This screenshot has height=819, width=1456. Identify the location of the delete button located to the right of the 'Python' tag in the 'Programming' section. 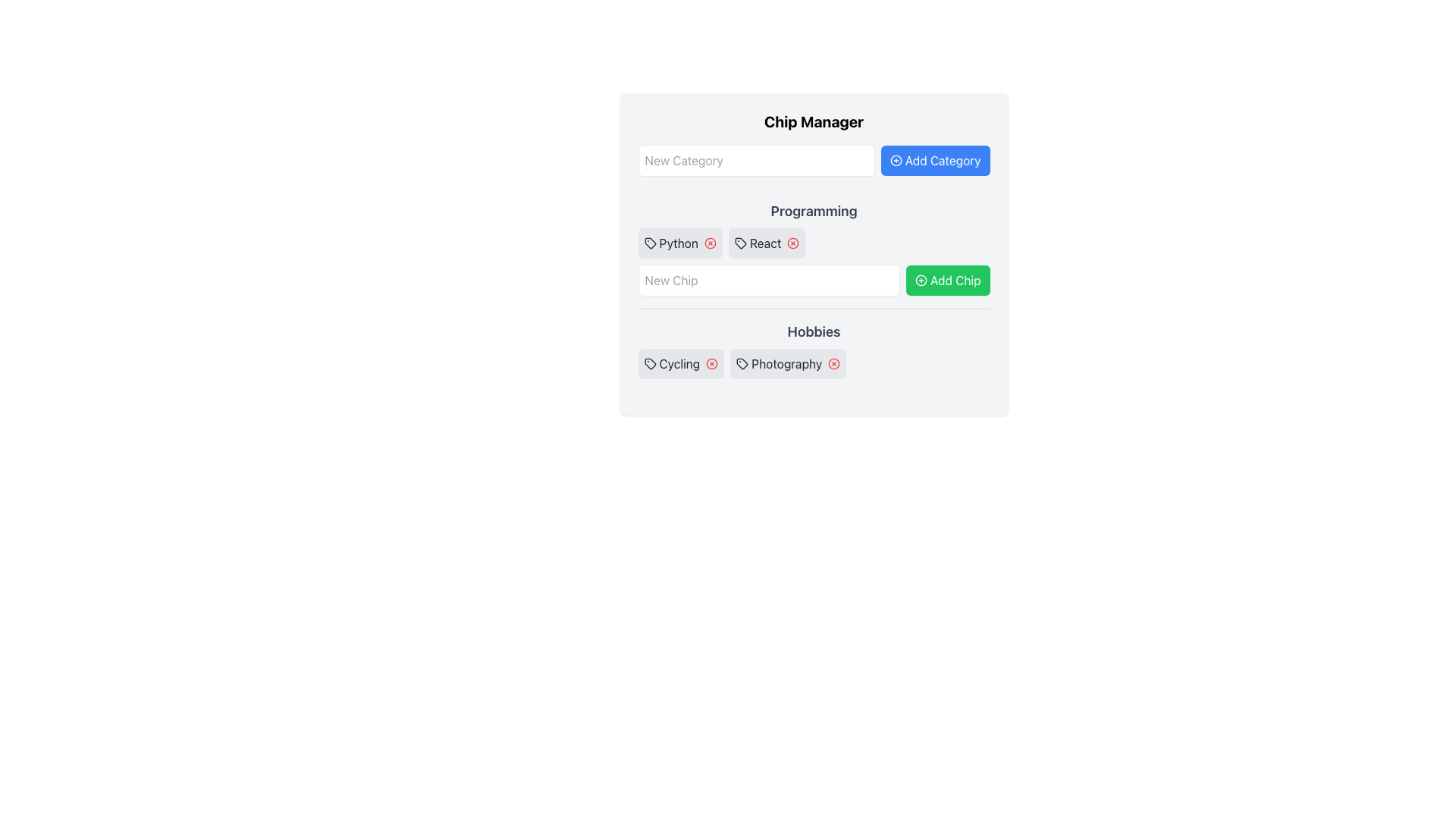
(706, 242).